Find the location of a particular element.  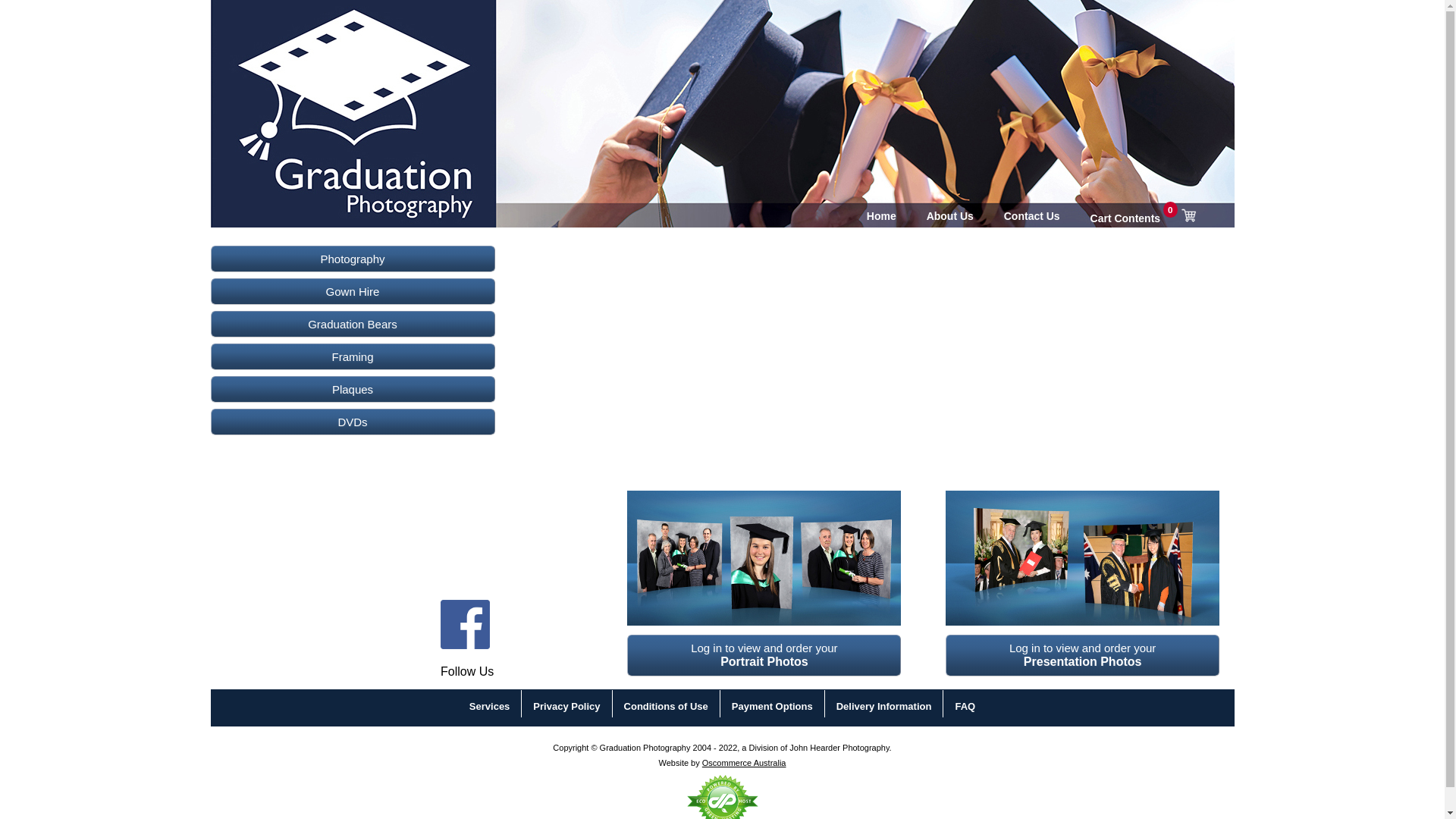

'Privacy Policy' is located at coordinates (532, 706).